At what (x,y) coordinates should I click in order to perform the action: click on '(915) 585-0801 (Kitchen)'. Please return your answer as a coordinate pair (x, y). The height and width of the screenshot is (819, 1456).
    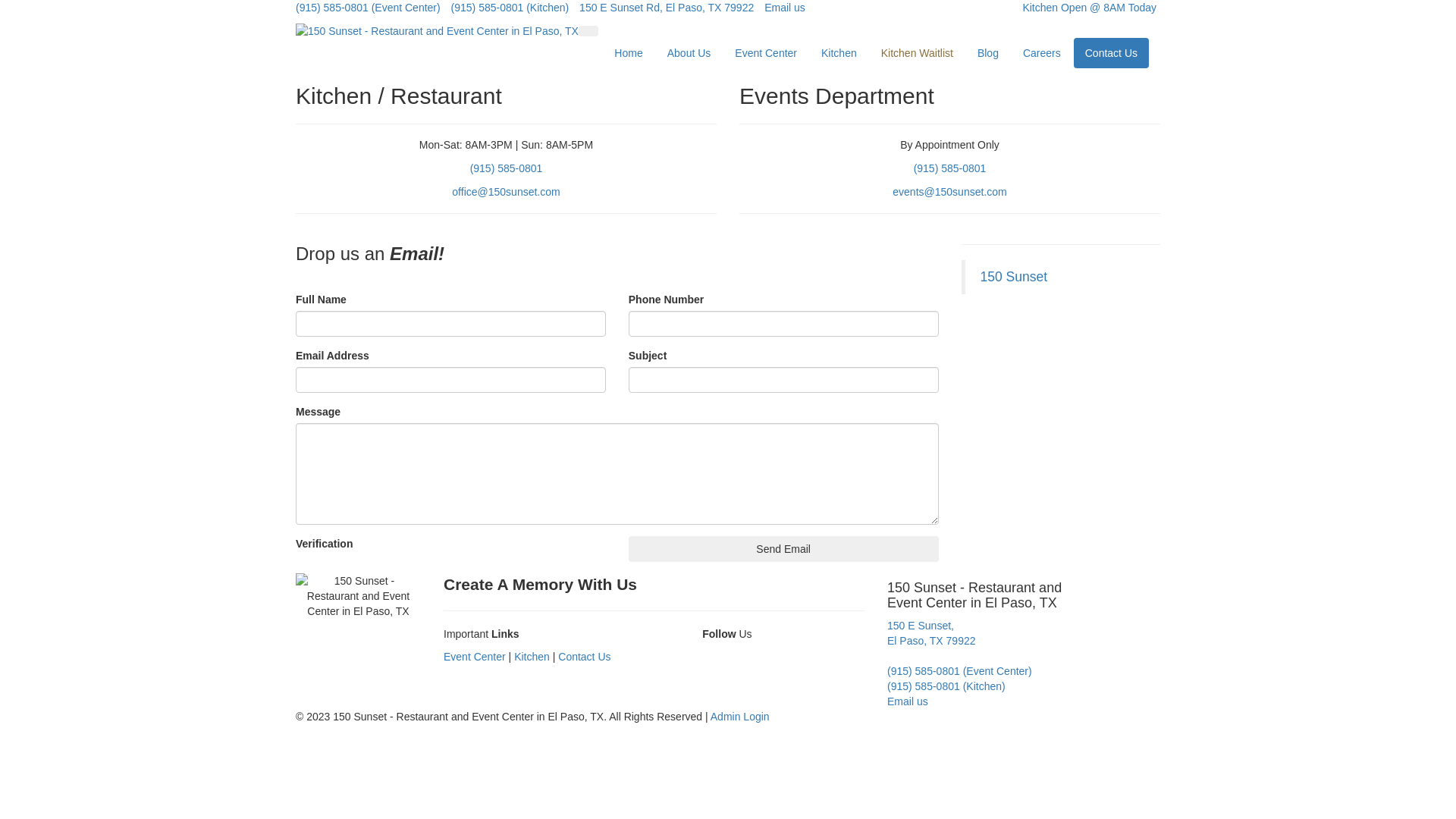
    Looking at the image, I should click on (510, 8).